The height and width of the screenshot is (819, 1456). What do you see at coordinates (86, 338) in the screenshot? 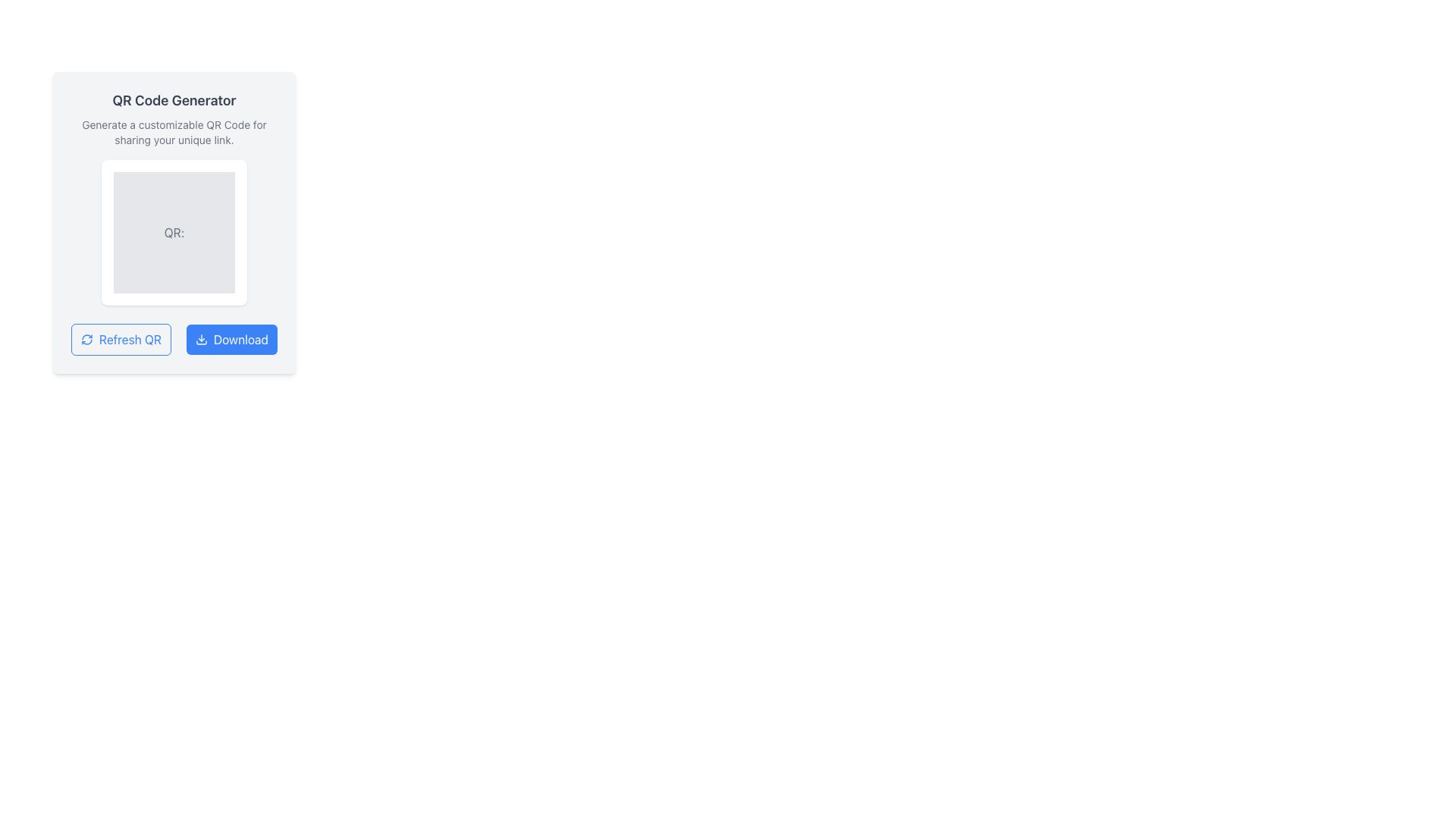
I see `the SVG Icon representing the 'refresh QR' operation, which is part of the 'Refresh QR' button located below the QR Code placeholder` at bounding box center [86, 338].